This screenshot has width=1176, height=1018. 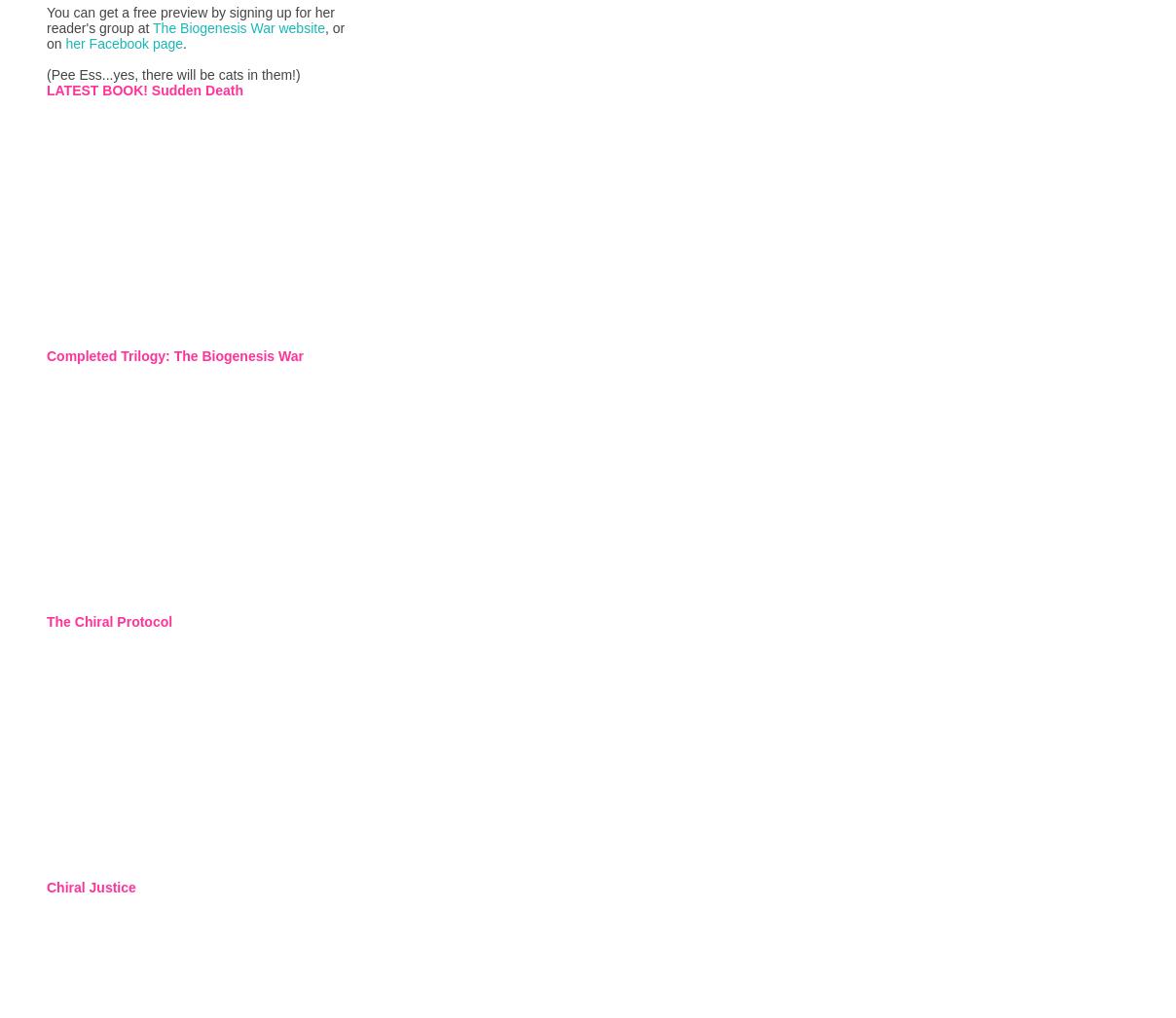 I want to click on 'You can get a free preview by signing up for her reader's group at', so click(x=191, y=18).